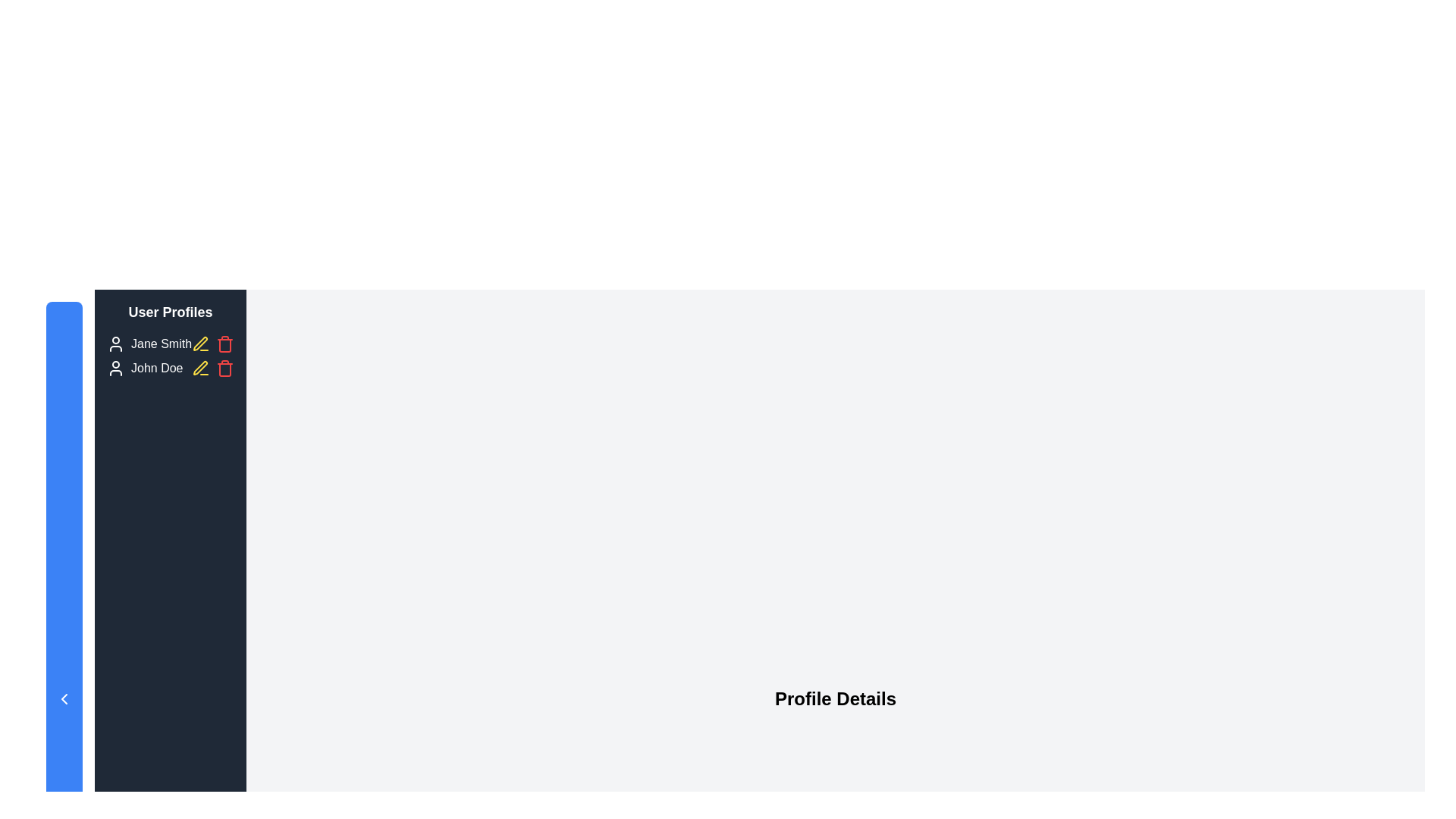 This screenshot has height=819, width=1456. I want to click on the user profile list item for 'John Doe', which is the second row in the 'User Profiles' section of the left sidebar, so click(145, 369).